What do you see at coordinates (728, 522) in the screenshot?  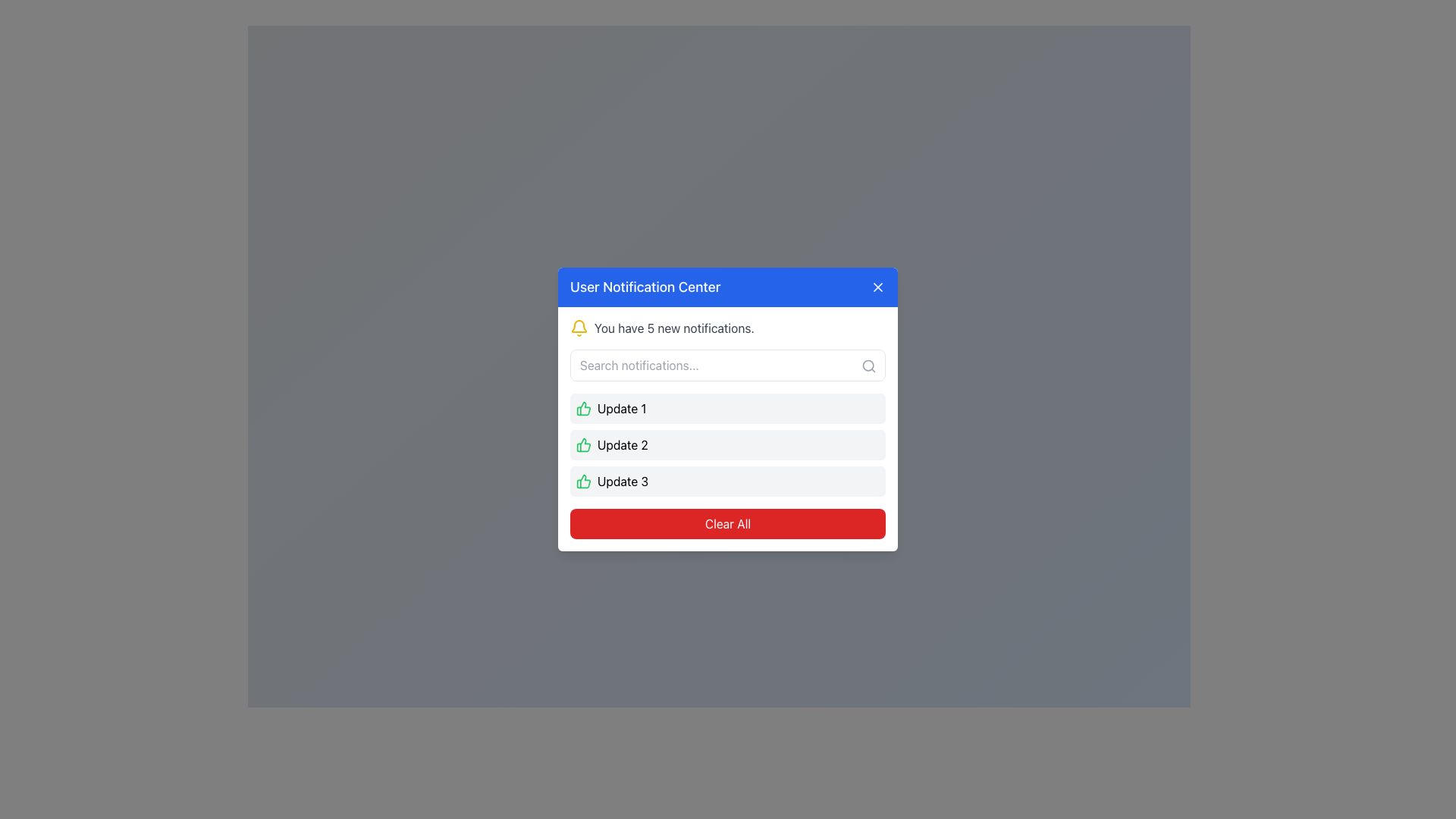 I see `the 'Clear All' button, which is a rectangular button with a red background and white text, located at the bottom of the notification panel` at bounding box center [728, 522].